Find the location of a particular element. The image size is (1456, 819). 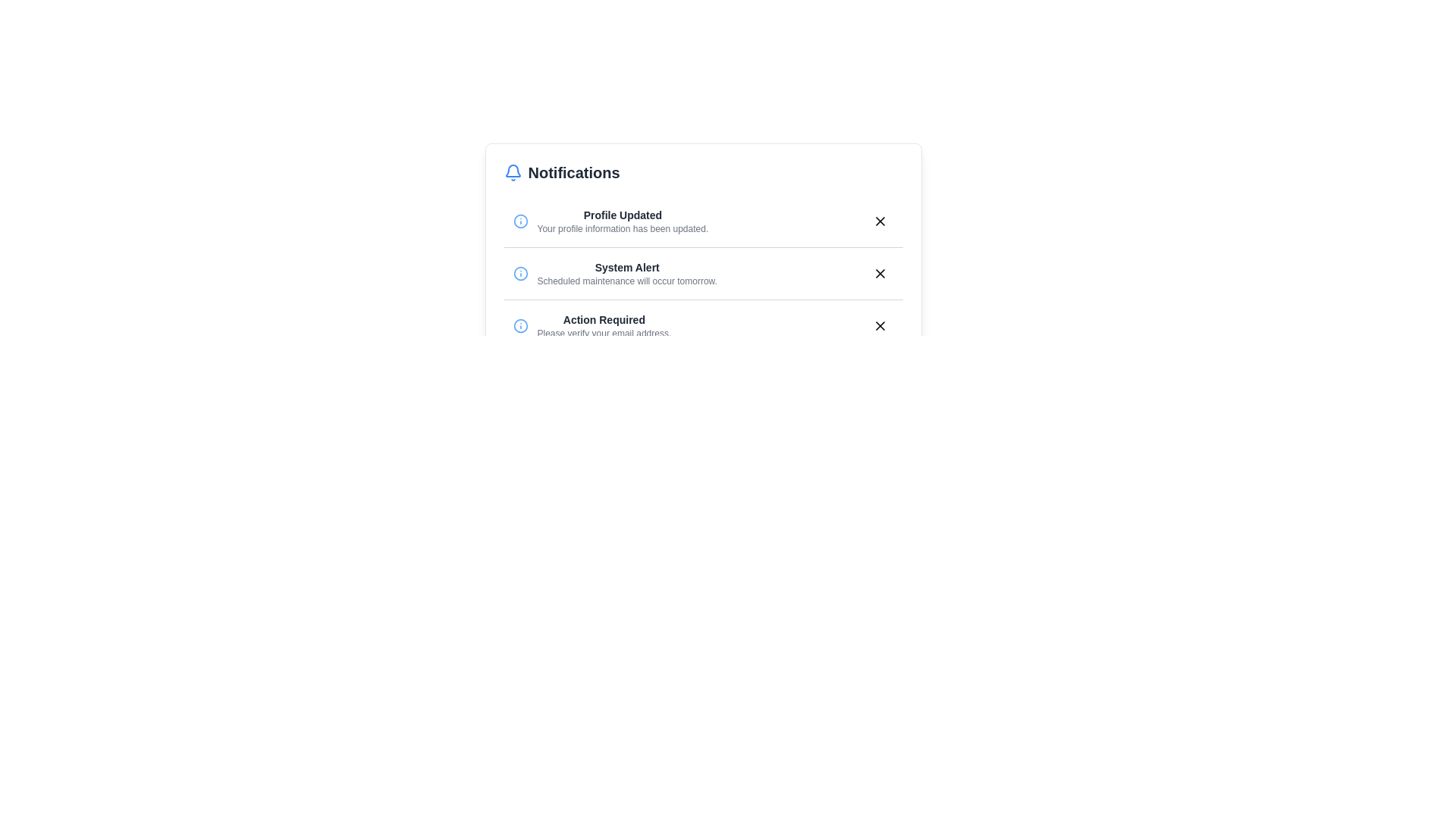

the 'X' button located at the rightmost end of the 'System Alert' notification row is located at coordinates (880, 274).